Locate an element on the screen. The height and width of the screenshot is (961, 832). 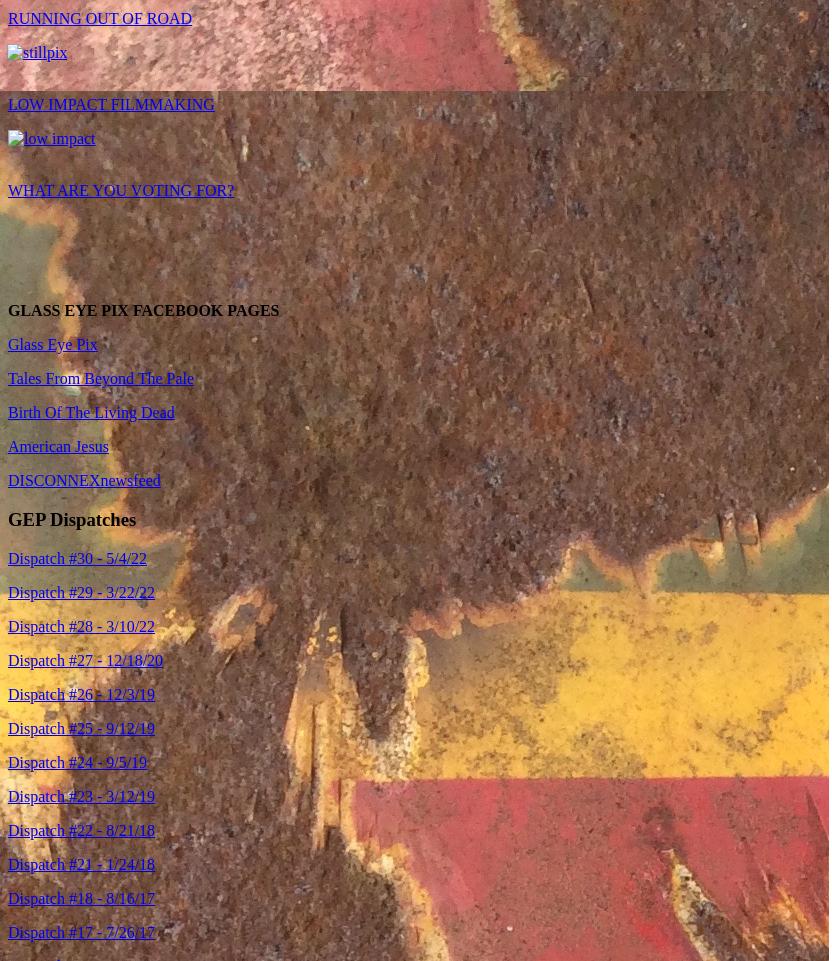
'WHAT ARE YOU VOTING FOR?' is located at coordinates (120, 190).